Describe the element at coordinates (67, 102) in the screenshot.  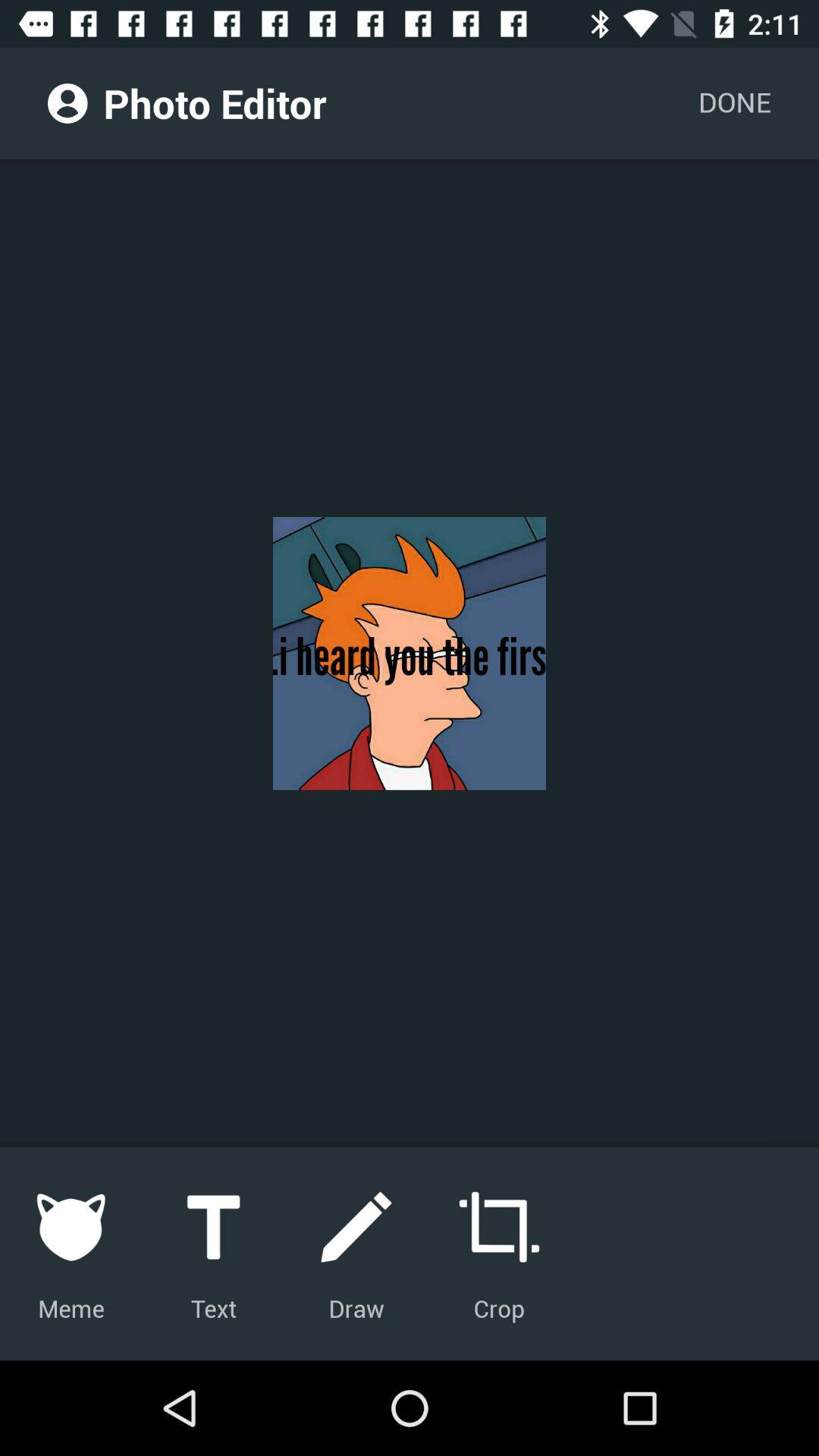
I see `the item at the top left corner` at that location.